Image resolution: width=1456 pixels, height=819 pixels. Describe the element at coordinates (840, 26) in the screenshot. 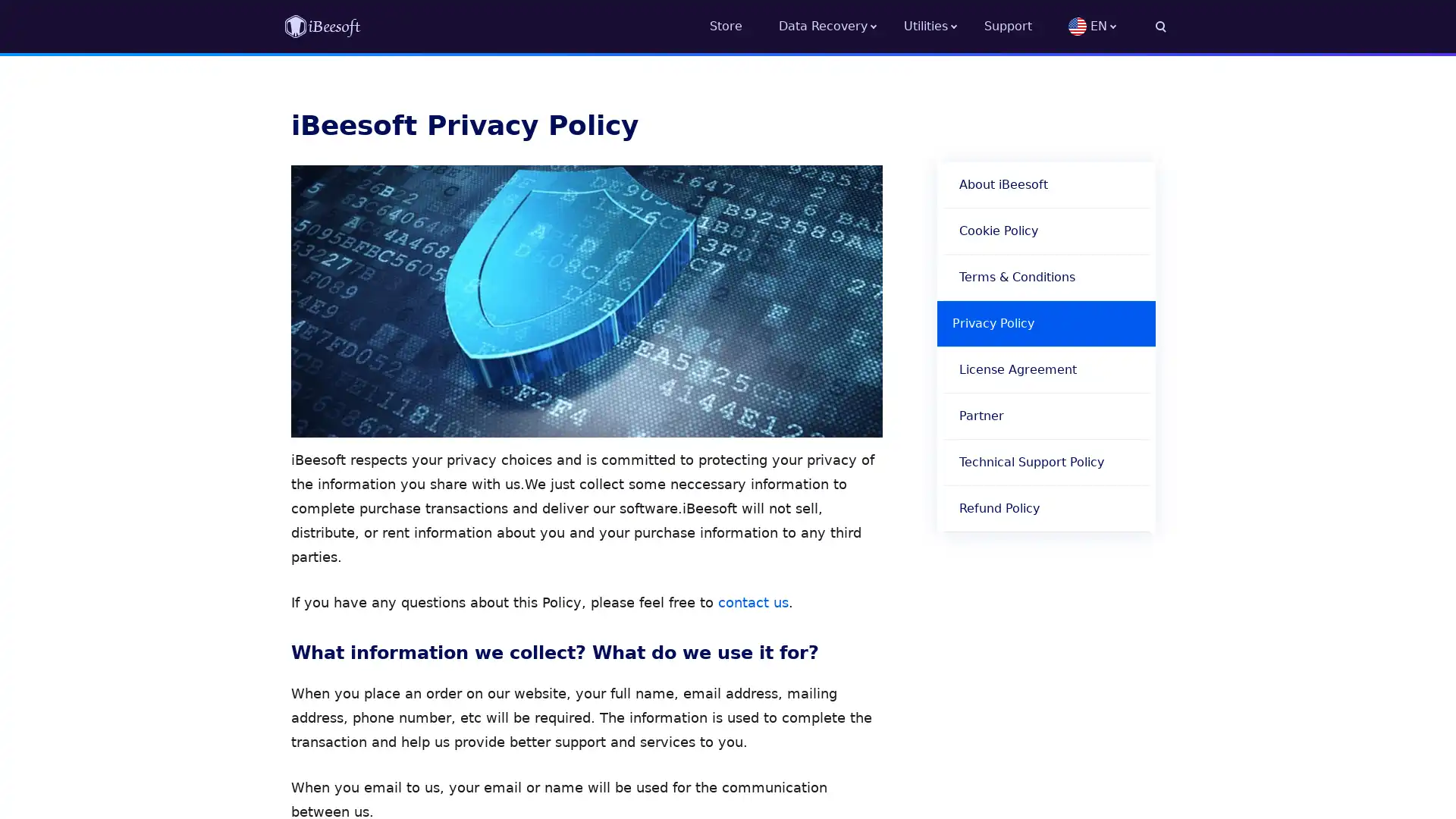

I see `products` at that location.